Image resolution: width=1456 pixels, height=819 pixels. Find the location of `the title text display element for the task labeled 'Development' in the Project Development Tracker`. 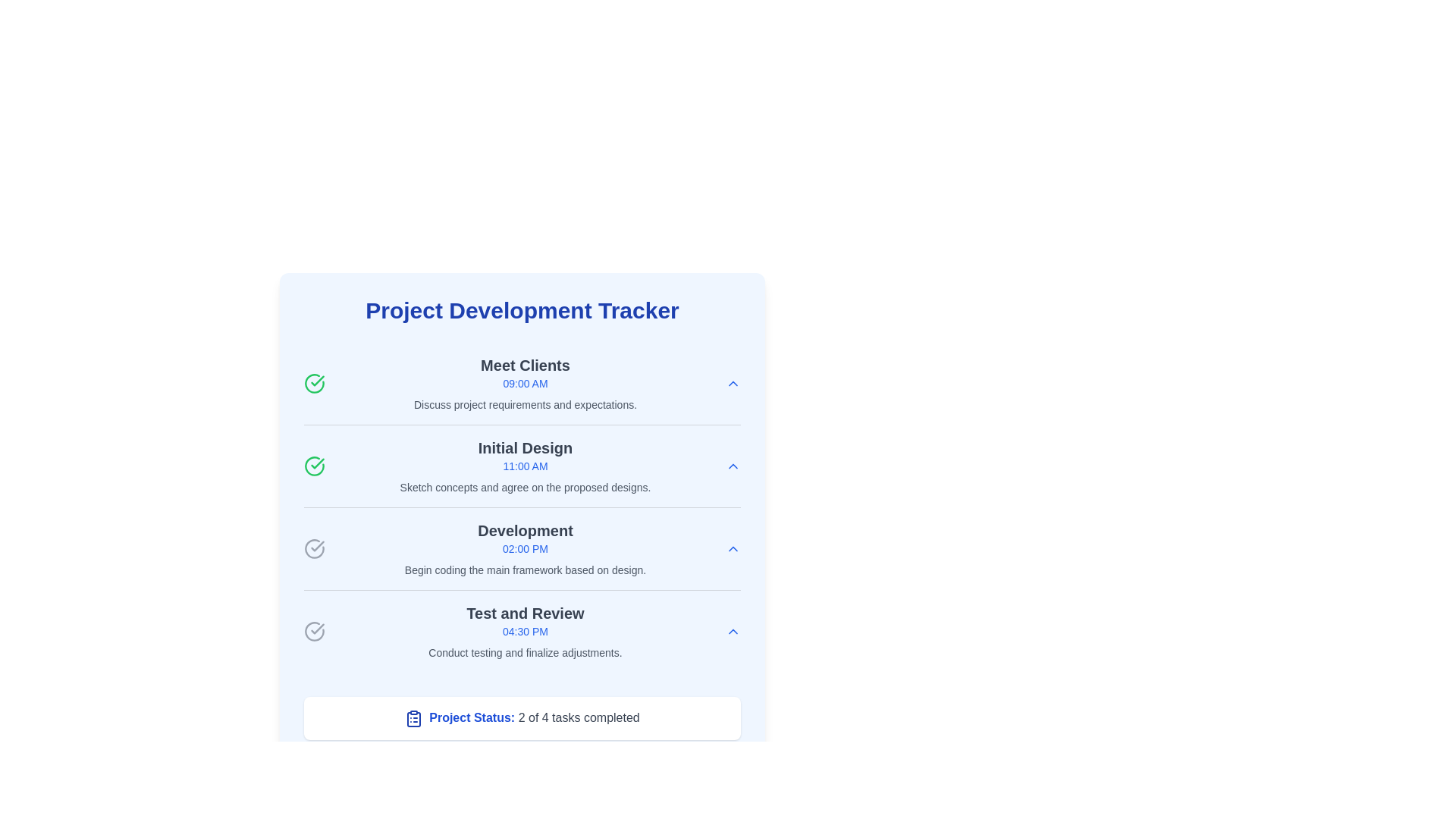

the title text display element for the task labeled 'Development' in the Project Development Tracker is located at coordinates (525, 529).